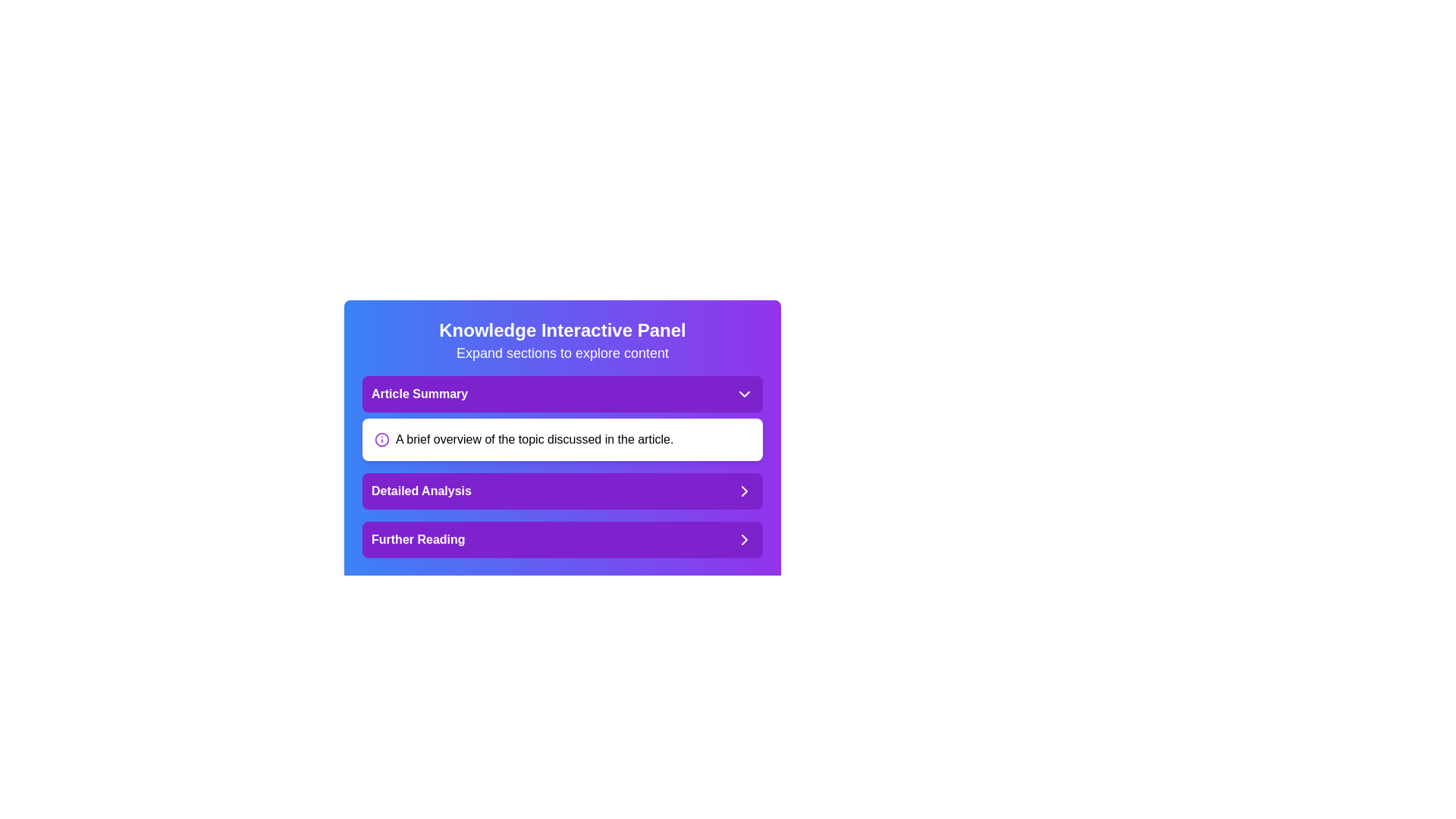 This screenshot has height=819, width=1456. Describe the element at coordinates (418, 539) in the screenshot. I see `textual content of the Bold Text Label that serves as a label for its enclosing purple button` at that location.